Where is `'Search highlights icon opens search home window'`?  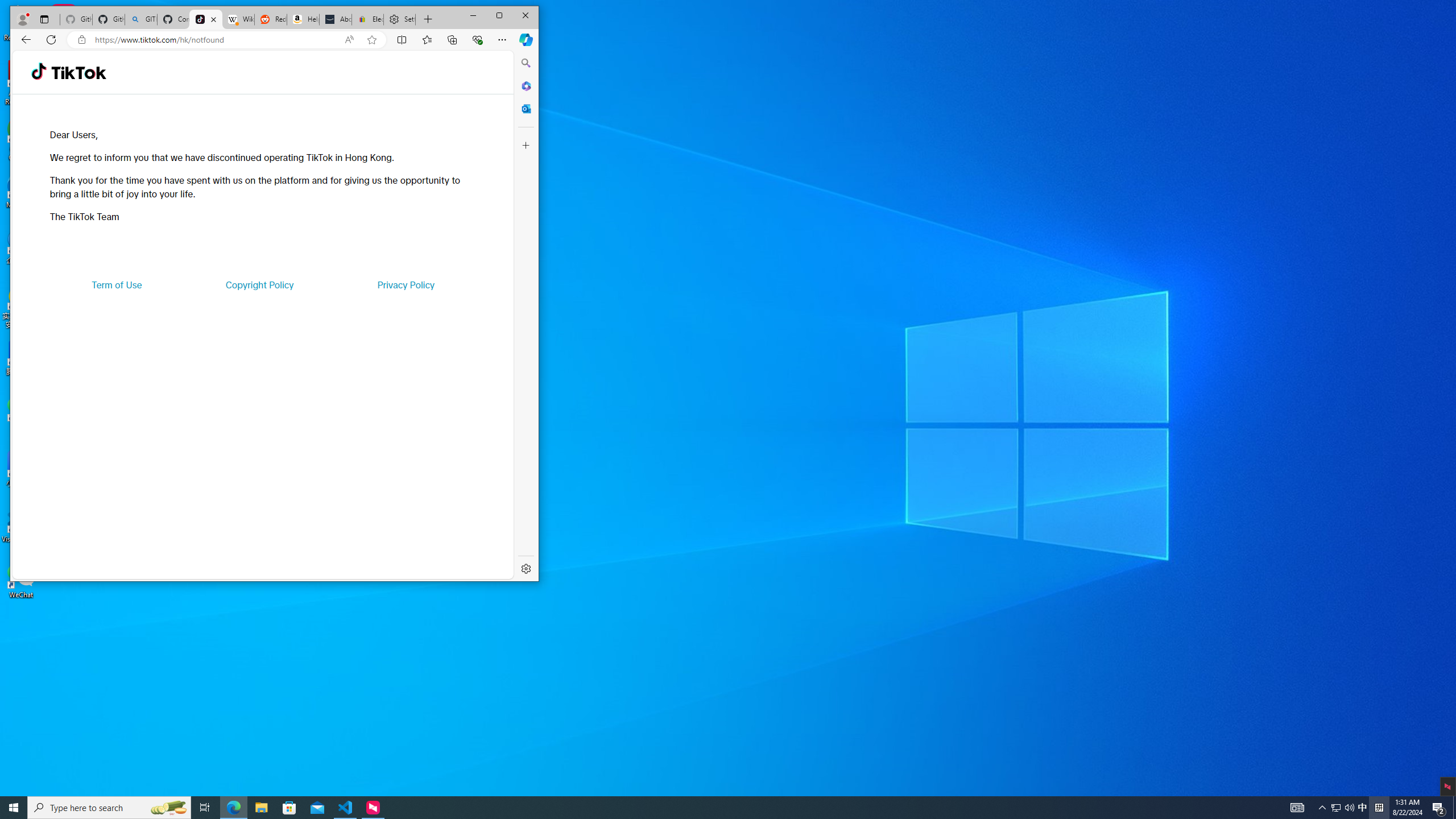
'Search highlights icon opens search home window' is located at coordinates (167, 806).